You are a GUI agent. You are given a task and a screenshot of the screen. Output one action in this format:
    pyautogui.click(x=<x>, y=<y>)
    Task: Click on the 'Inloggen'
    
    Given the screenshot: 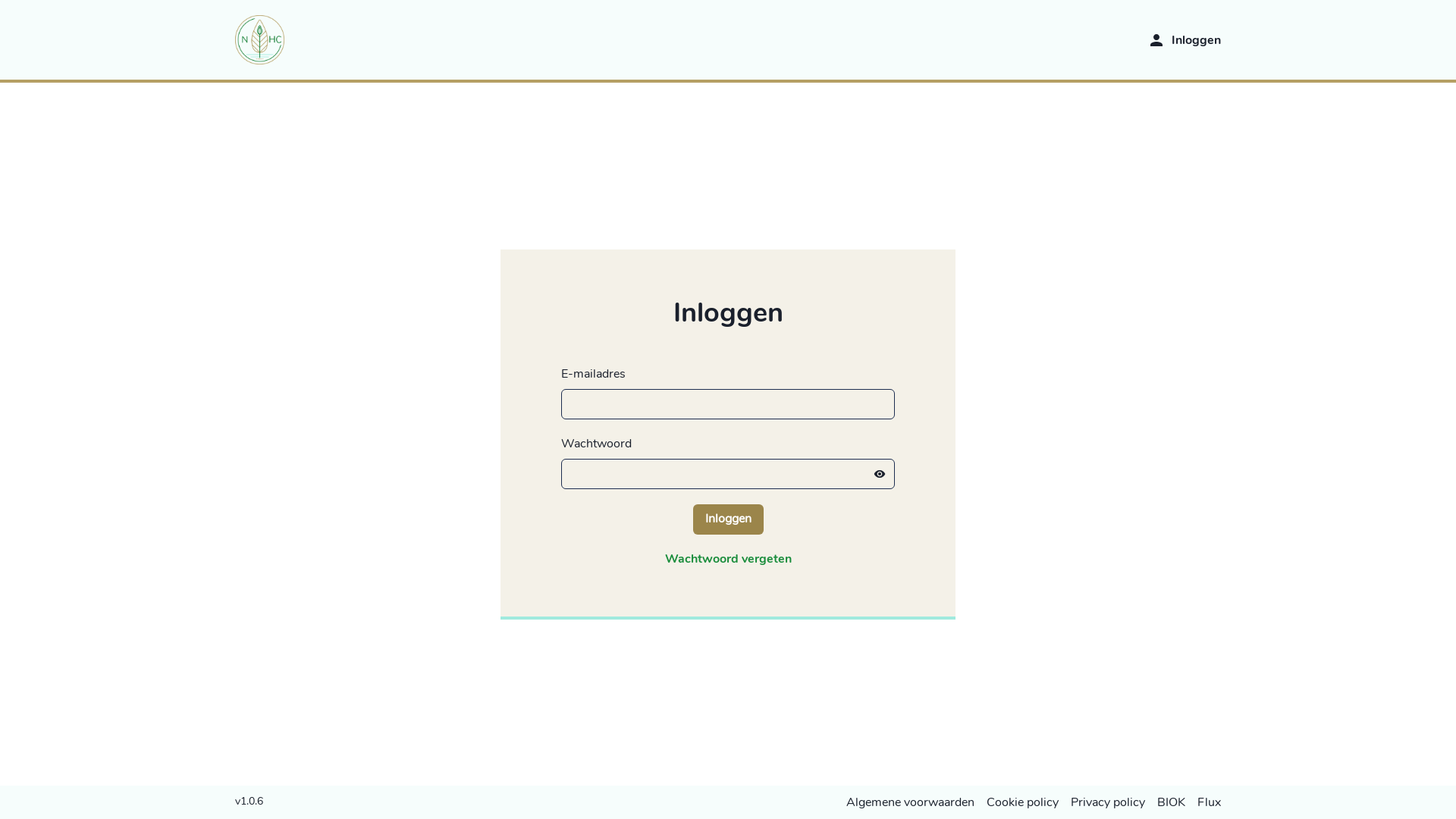 What is the action you would take?
    pyautogui.click(x=728, y=519)
    